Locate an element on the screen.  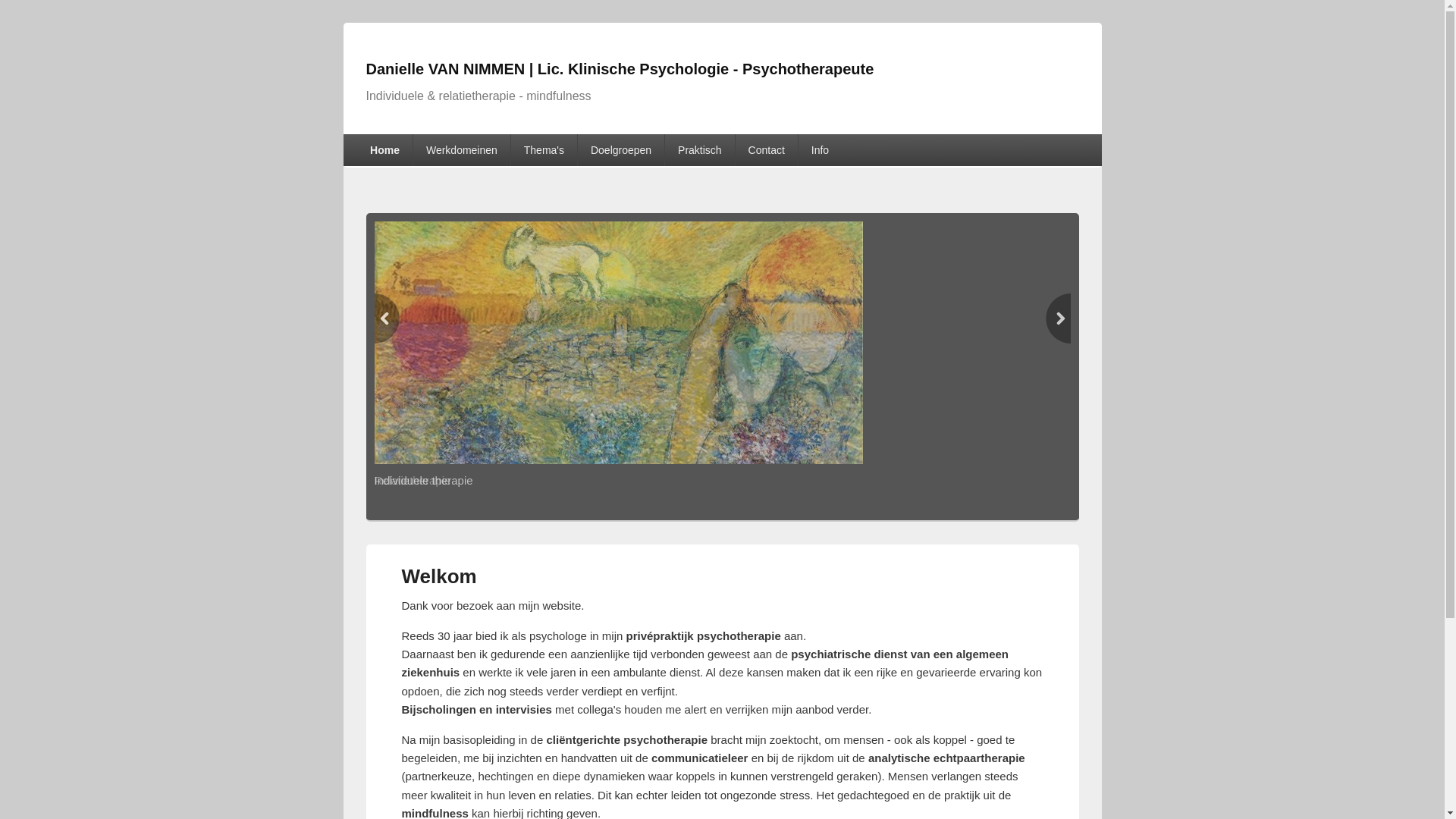
'Praktisch' is located at coordinates (698, 149).